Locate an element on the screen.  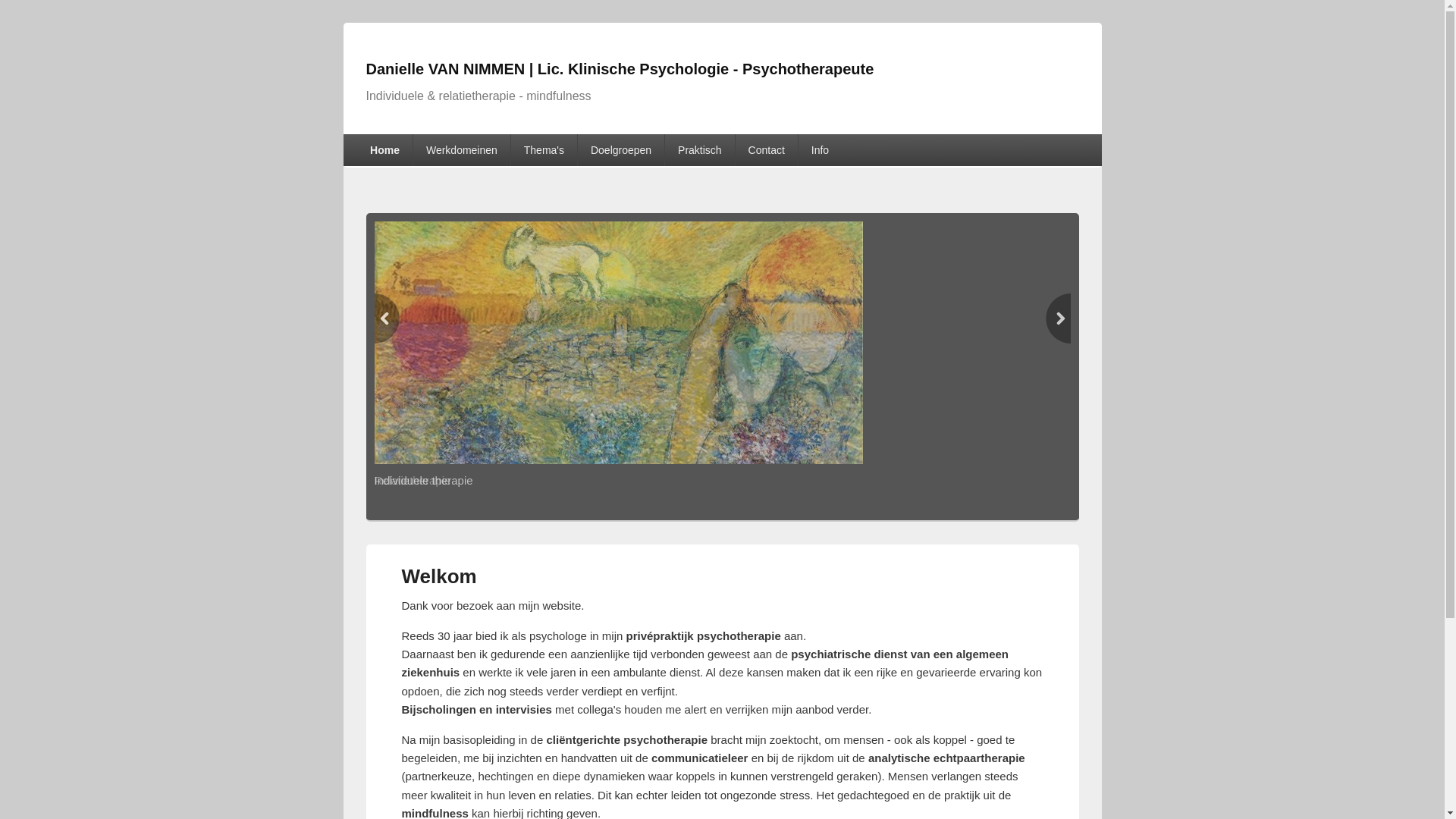
'Praktisch' is located at coordinates (698, 149).